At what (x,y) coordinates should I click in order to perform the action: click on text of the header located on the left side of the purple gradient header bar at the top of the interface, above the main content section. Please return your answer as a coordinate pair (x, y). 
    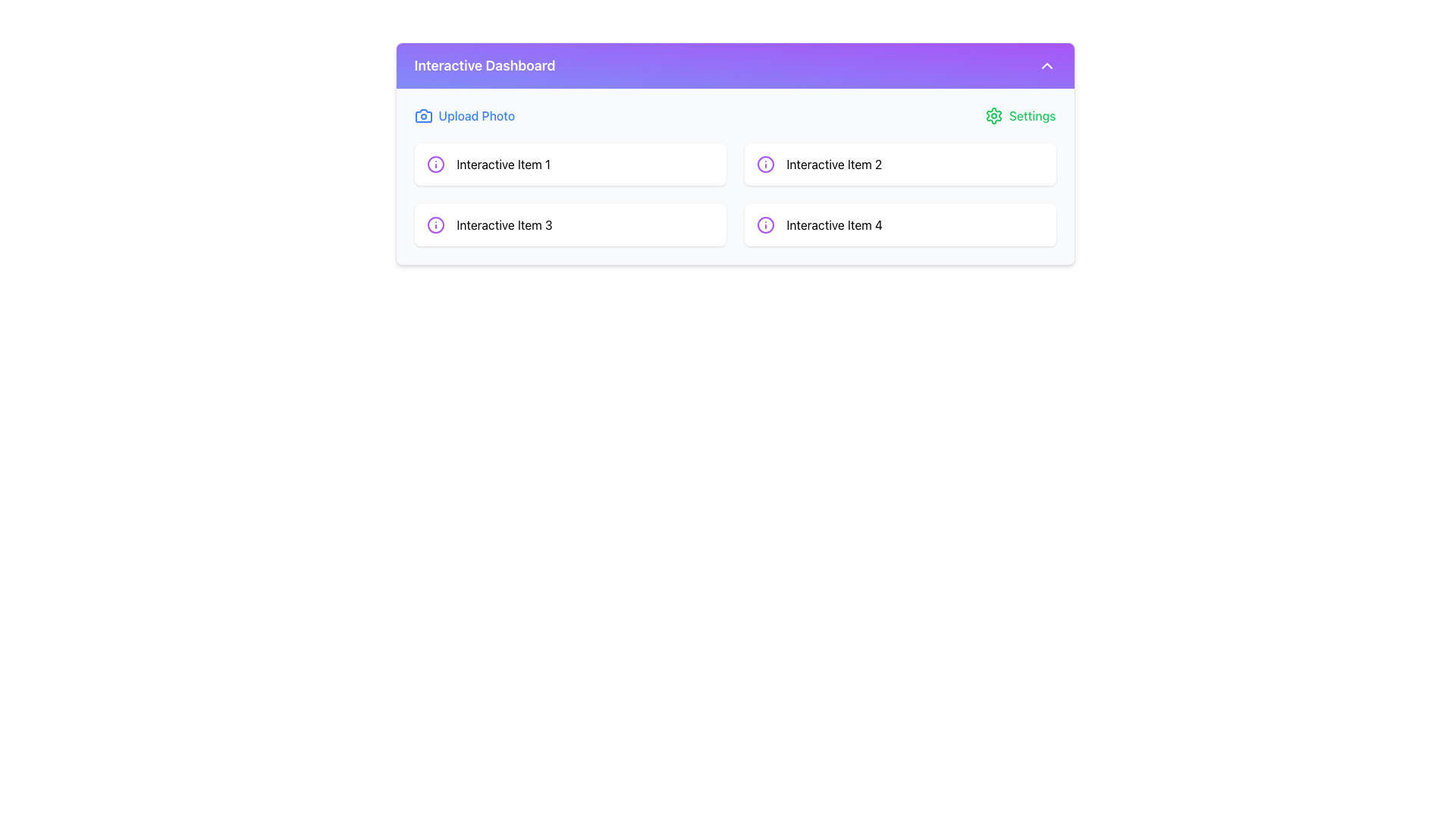
    Looking at the image, I should click on (484, 65).